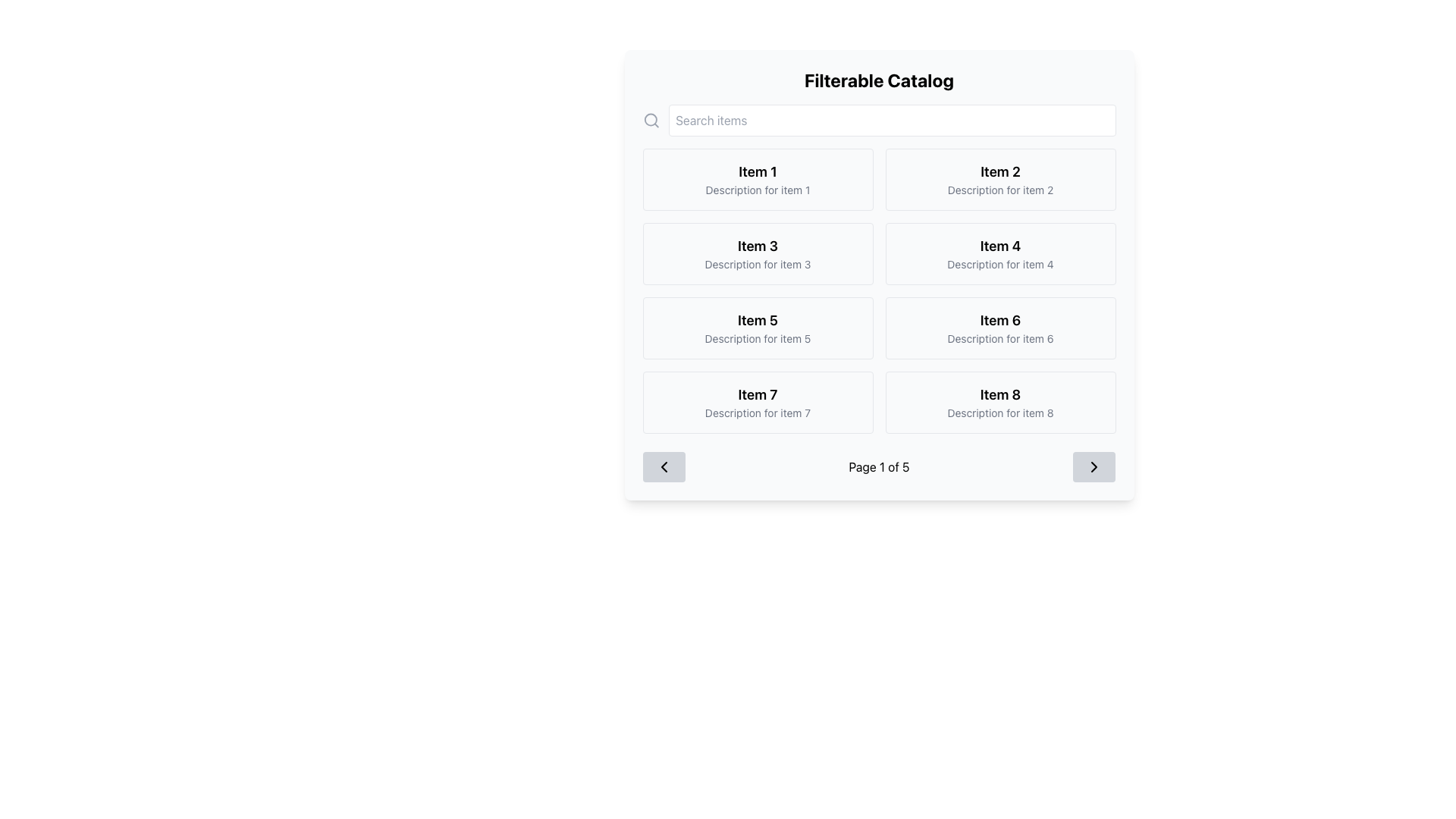 This screenshot has width=1456, height=819. Describe the element at coordinates (758, 327) in the screenshot. I see `description of 'Item 5' presented in the card element located in the third row, first column of the grid` at that location.